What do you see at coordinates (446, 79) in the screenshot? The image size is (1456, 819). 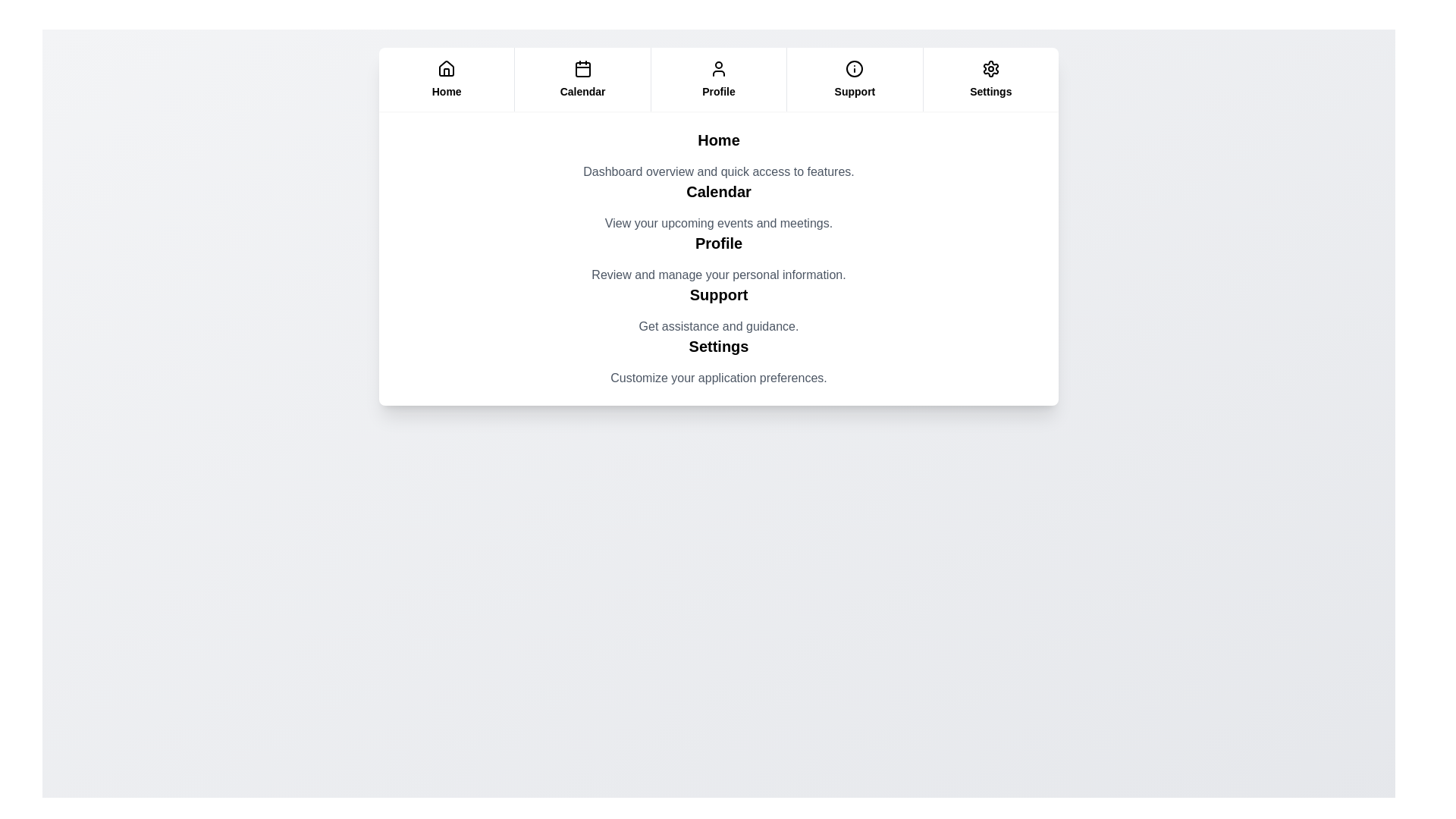 I see `the 'Home' button, which is a rectangular tab with a white background and black text` at bounding box center [446, 79].